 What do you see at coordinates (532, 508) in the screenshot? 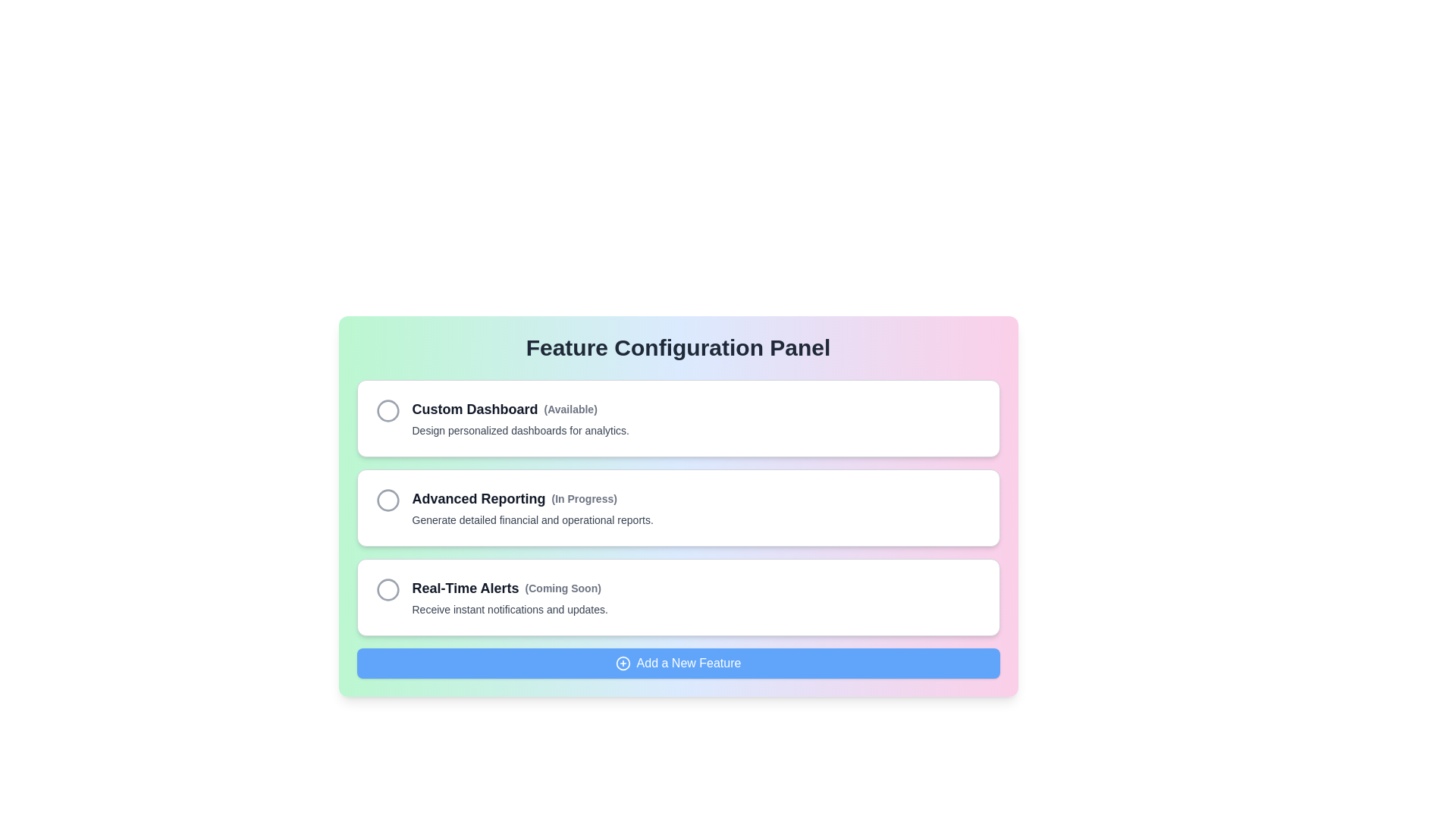
I see `the 'Advanced Reporting' informational card, which is the second card in the vertical list of selectable options within the 'Feature Configuration Panel'` at bounding box center [532, 508].